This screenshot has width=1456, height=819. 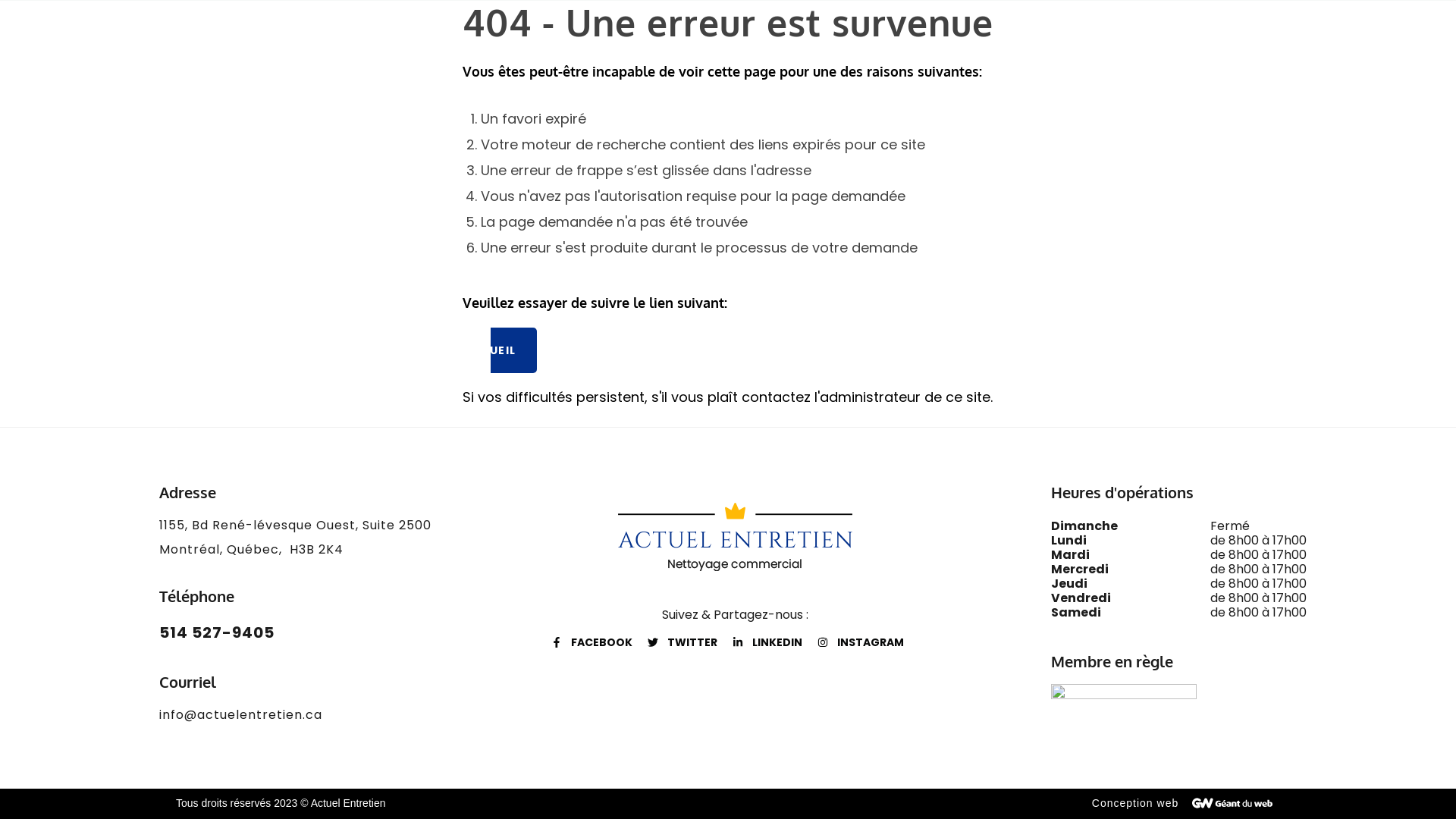 What do you see at coordinates (499, 350) in the screenshot?
I see `'ACCUEIL'` at bounding box center [499, 350].